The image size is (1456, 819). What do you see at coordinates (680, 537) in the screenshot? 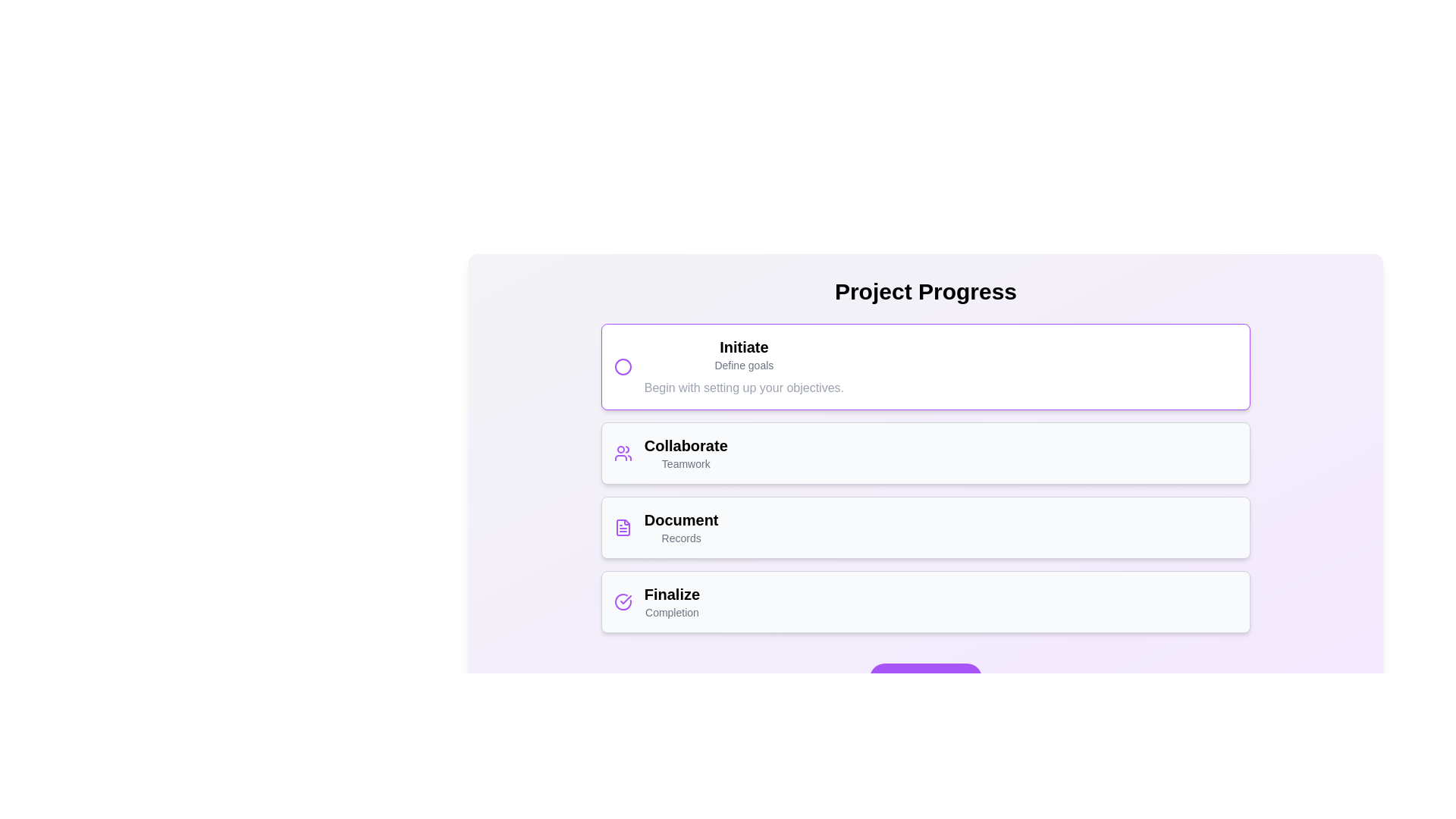
I see `text content of the descriptive label element located below the 'Document' section in the third section of a vertically stacked list` at bounding box center [680, 537].